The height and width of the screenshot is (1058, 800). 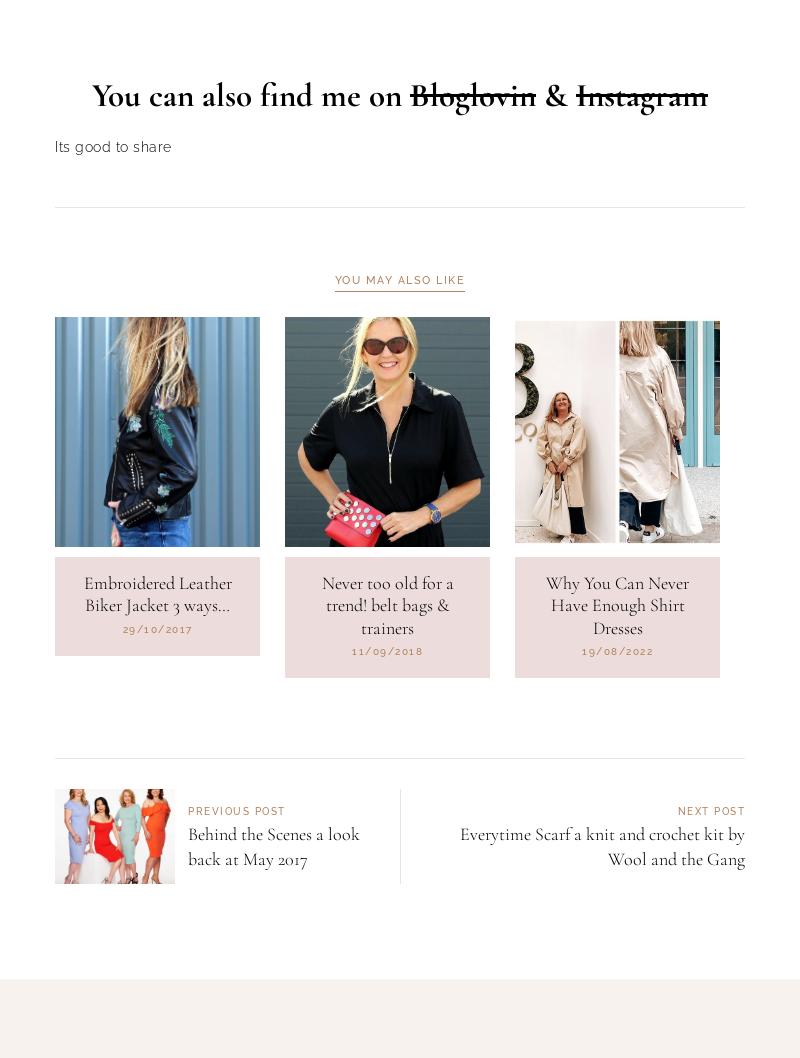 What do you see at coordinates (556, 197) in the screenshot?
I see `'&'` at bounding box center [556, 197].